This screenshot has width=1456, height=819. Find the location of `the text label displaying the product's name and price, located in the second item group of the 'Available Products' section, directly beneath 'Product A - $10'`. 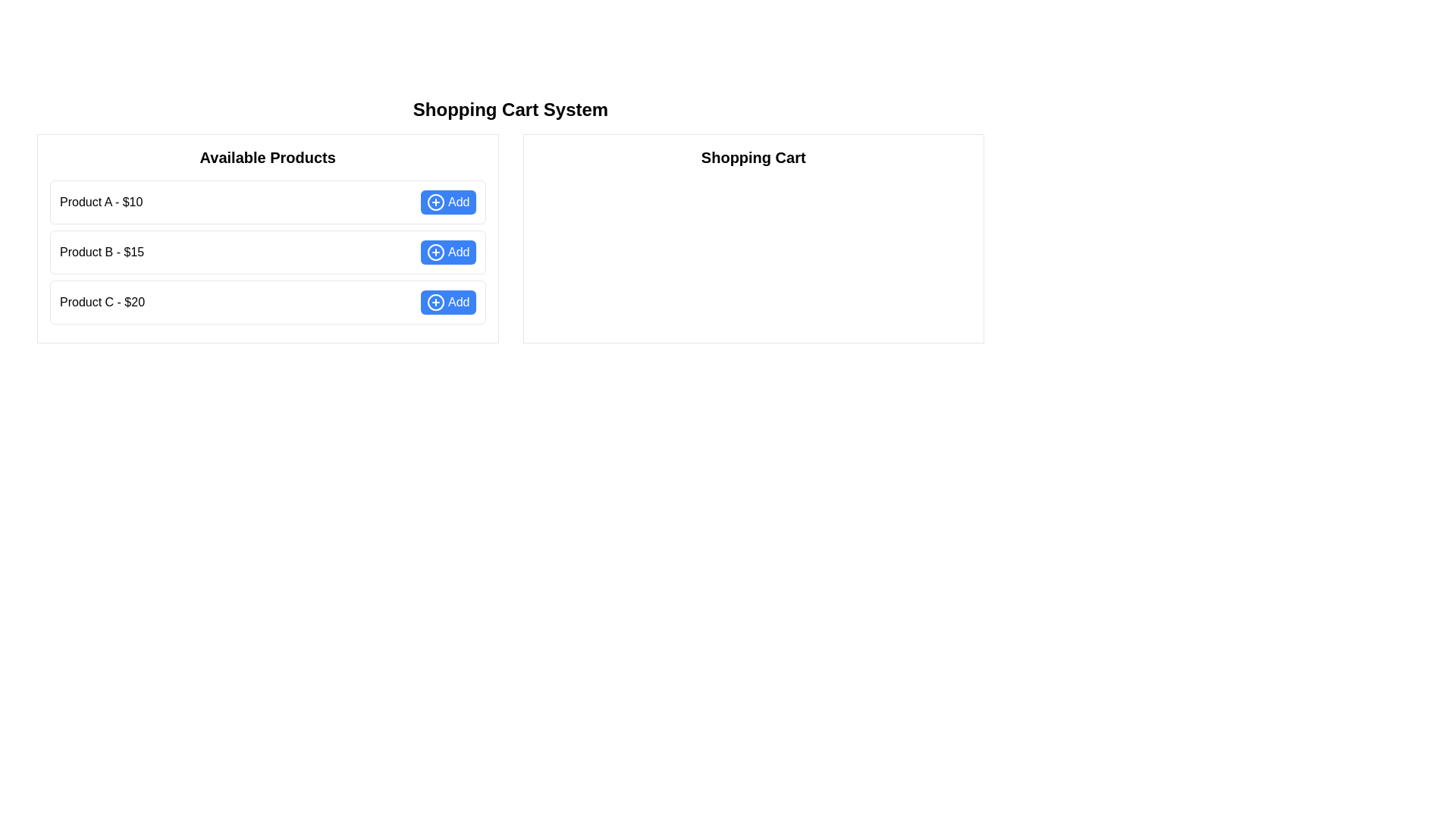

the text label displaying the product's name and price, located in the second item group of the 'Available Products' section, directly beneath 'Product A - $10' is located at coordinates (101, 251).